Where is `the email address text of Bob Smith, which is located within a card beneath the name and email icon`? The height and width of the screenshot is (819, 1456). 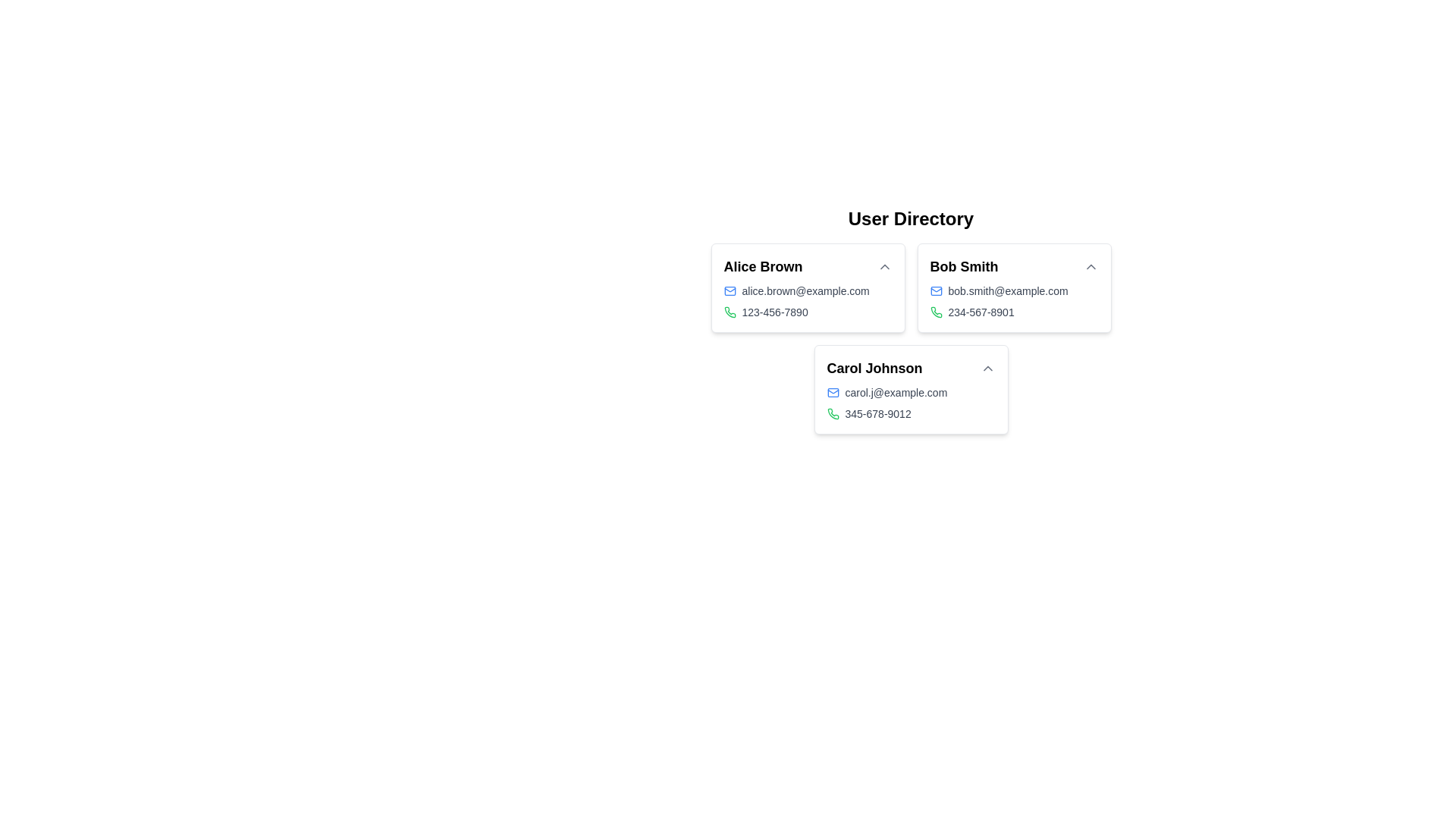
the email address text of Bob Smith, which is located within a card beneath the name and email icon is located at coordinates (1008, 291).